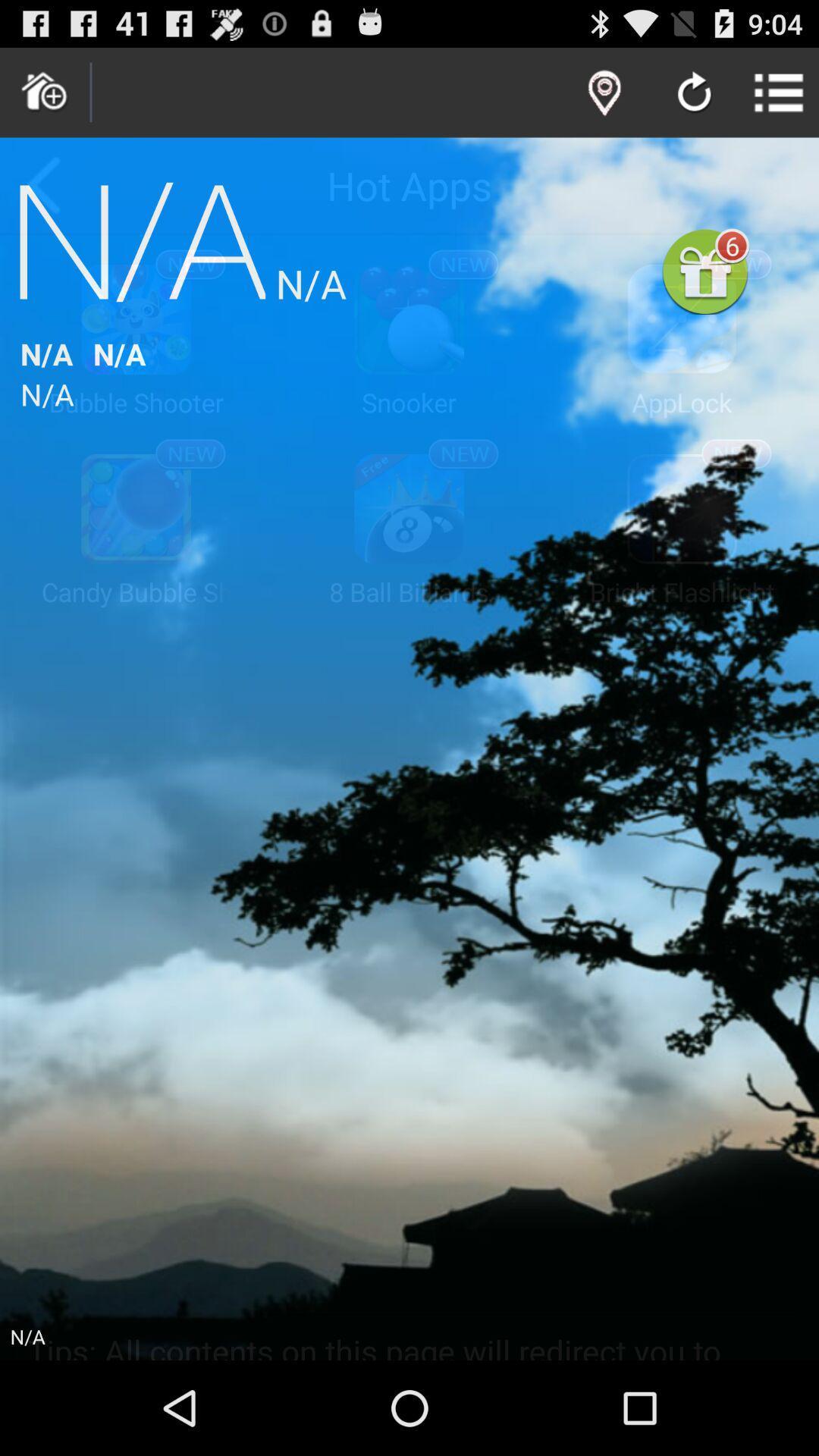 This screenshot has width=819, height=1456. I want to click on refresh page, so click(694, 93).